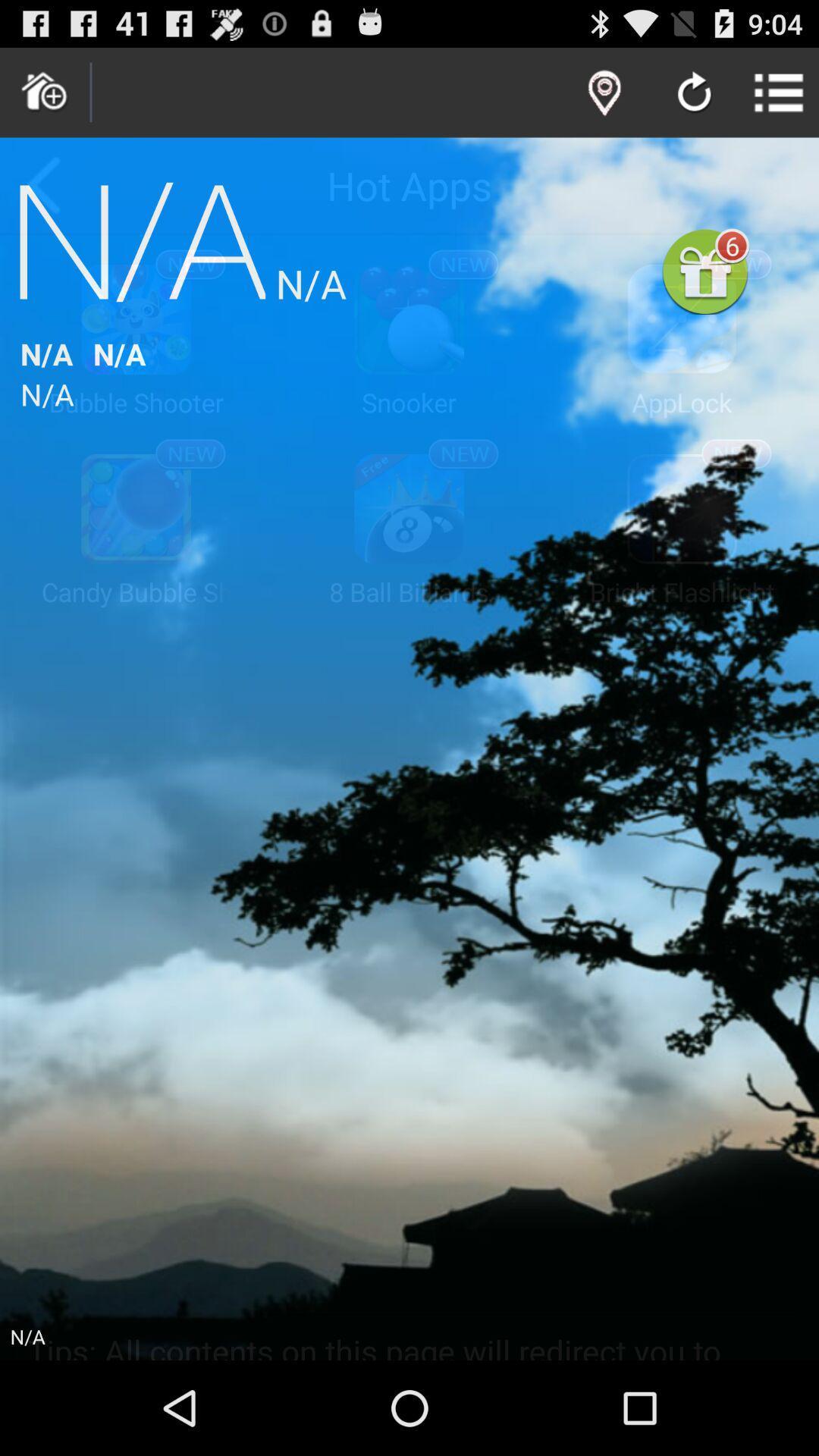 This screenshot has width=819, height=1456. I want to click on refresh page, so click(694, 93).